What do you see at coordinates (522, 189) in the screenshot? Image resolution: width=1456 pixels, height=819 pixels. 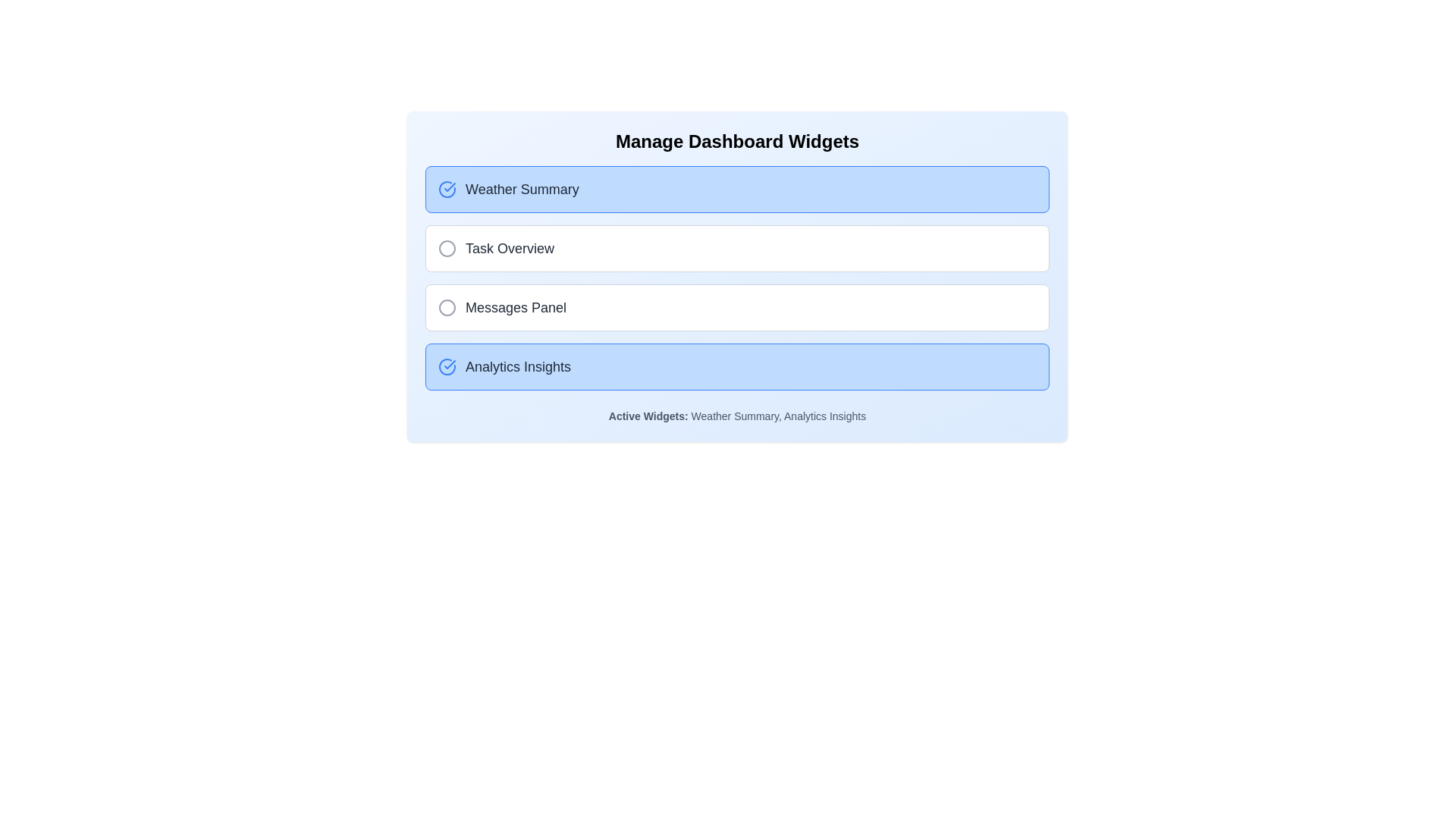 I see `title 'Weather Summary' from the text label displayed in dark gray within the topmost card of the widget list` at bounding box center [522, 189].